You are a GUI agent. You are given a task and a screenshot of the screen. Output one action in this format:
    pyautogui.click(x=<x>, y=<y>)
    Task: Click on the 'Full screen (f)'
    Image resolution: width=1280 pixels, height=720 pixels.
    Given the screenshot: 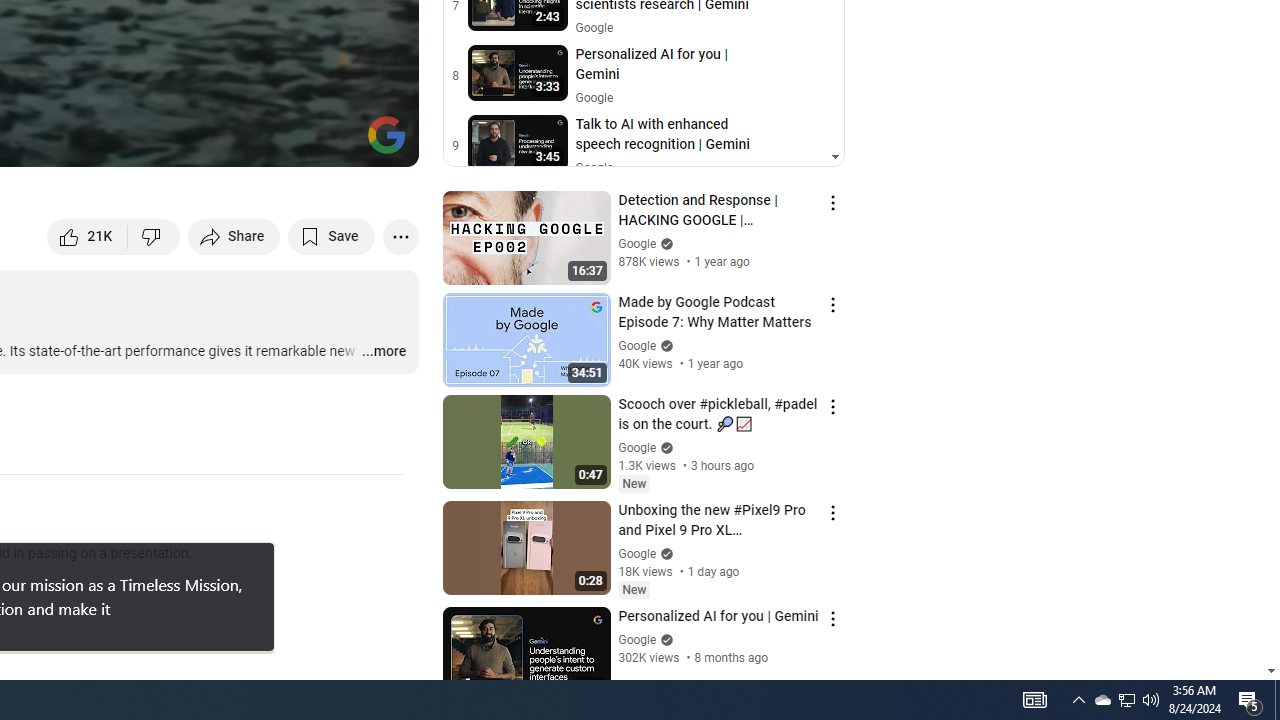 What is the action you would take?
    pyautogui.click(x=382, y=141)
    